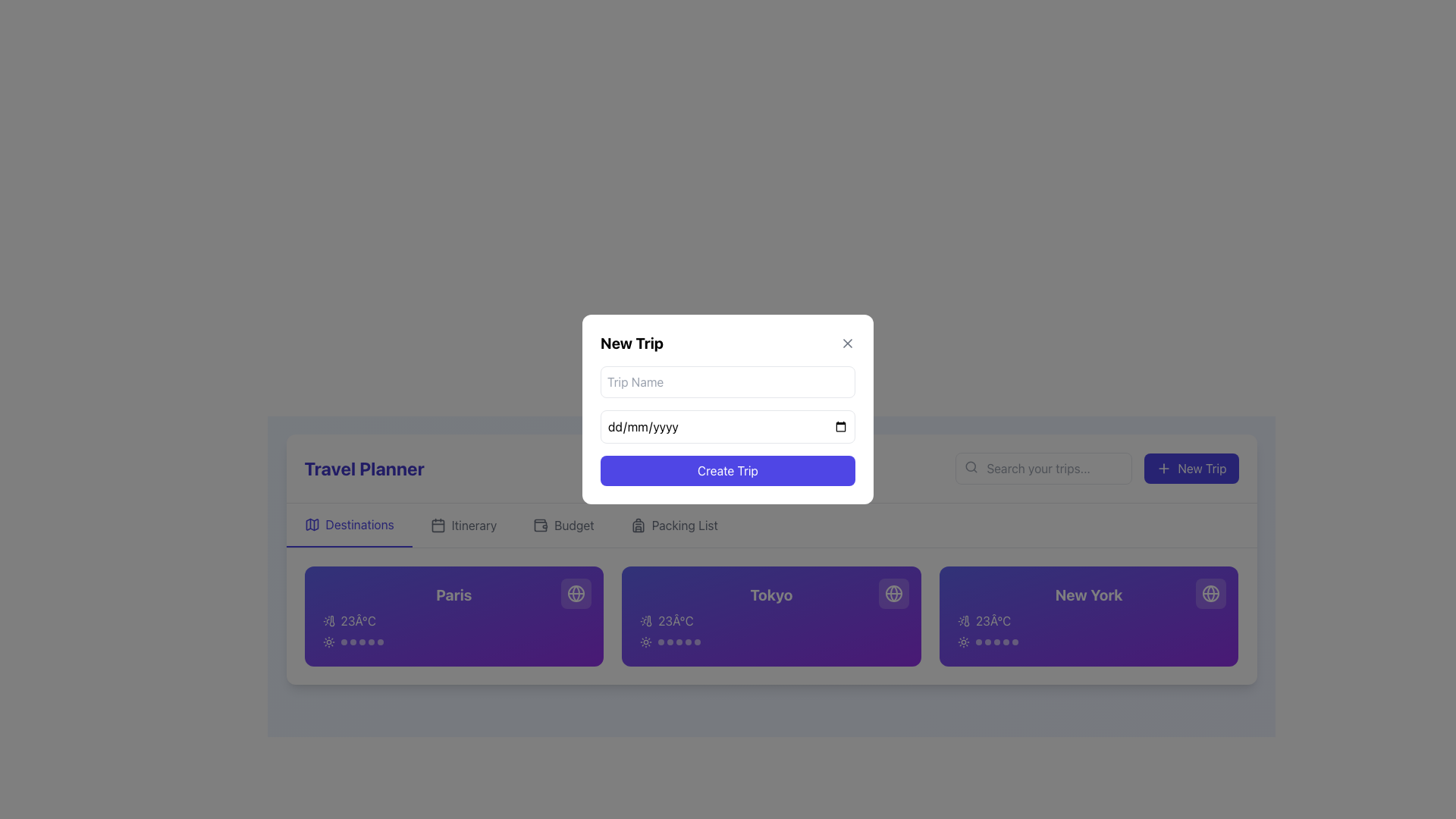 This screenshot has height=819, width=1456. What do you see at coordinates (673, 525) in the screenshot?
I see `the 'Packing List' button, which features a backpack icon and is located in the horizontal menu bar beneath the 'Travel Planner' panel, as the fourth item from the left` at bounding box center [673, 525].